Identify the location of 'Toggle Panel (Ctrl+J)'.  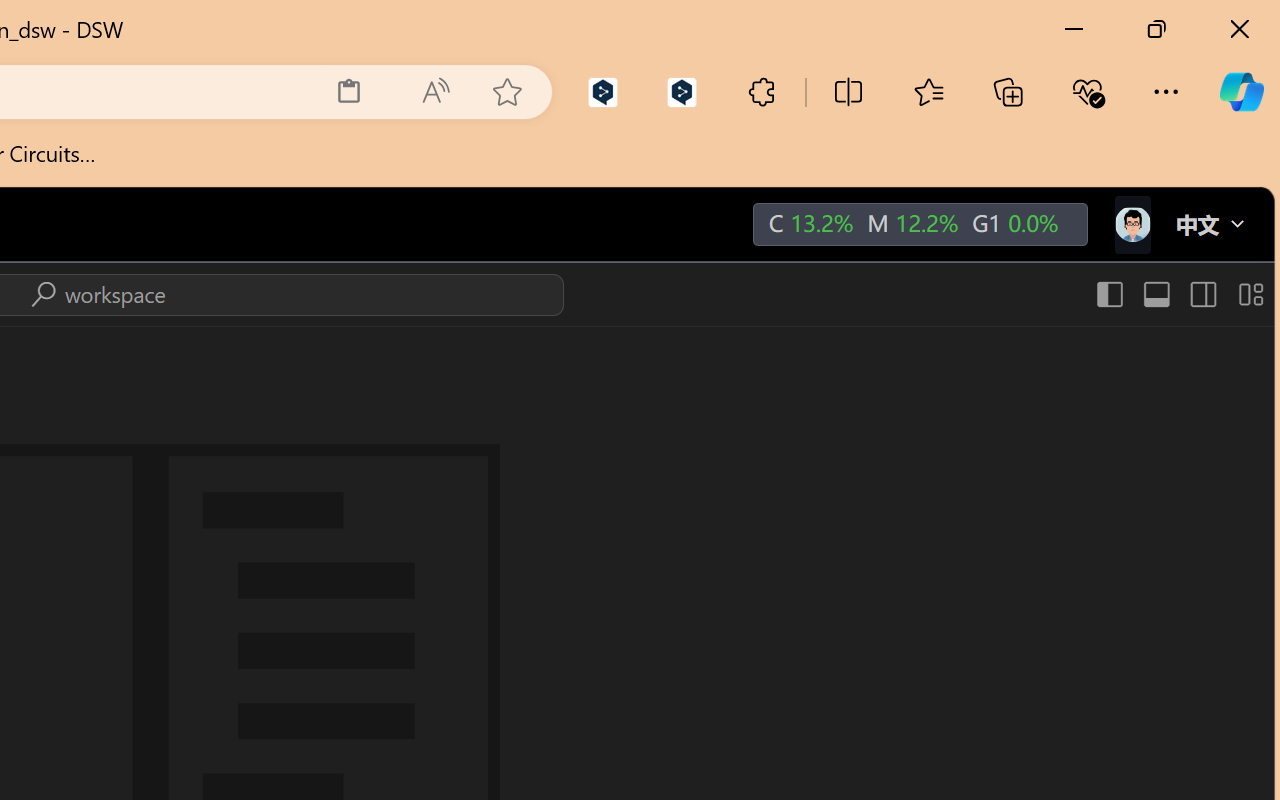
(1155, 294).